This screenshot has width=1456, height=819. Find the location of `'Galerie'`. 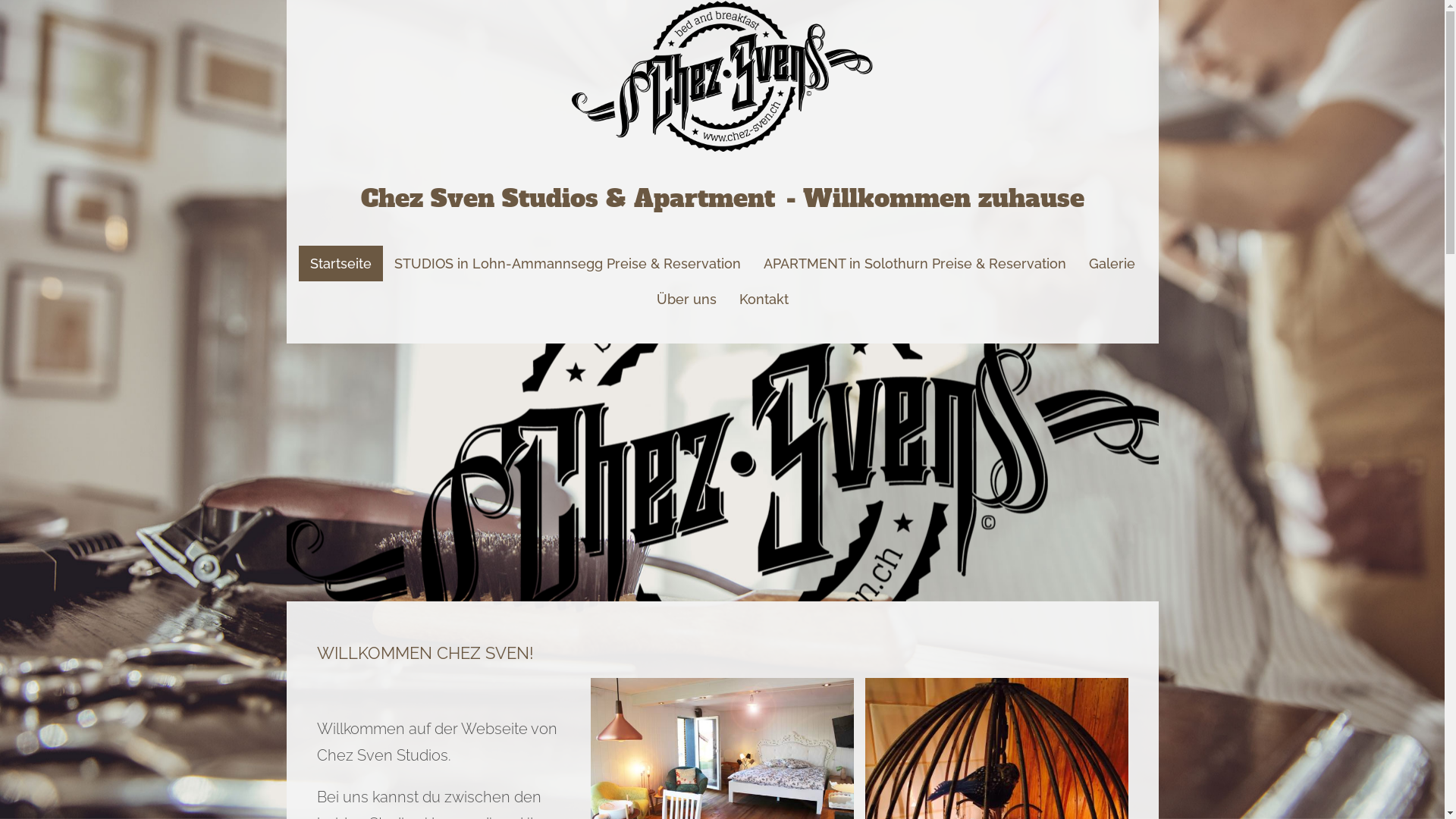

'Galerie' is located at coordinates (1111, 262).